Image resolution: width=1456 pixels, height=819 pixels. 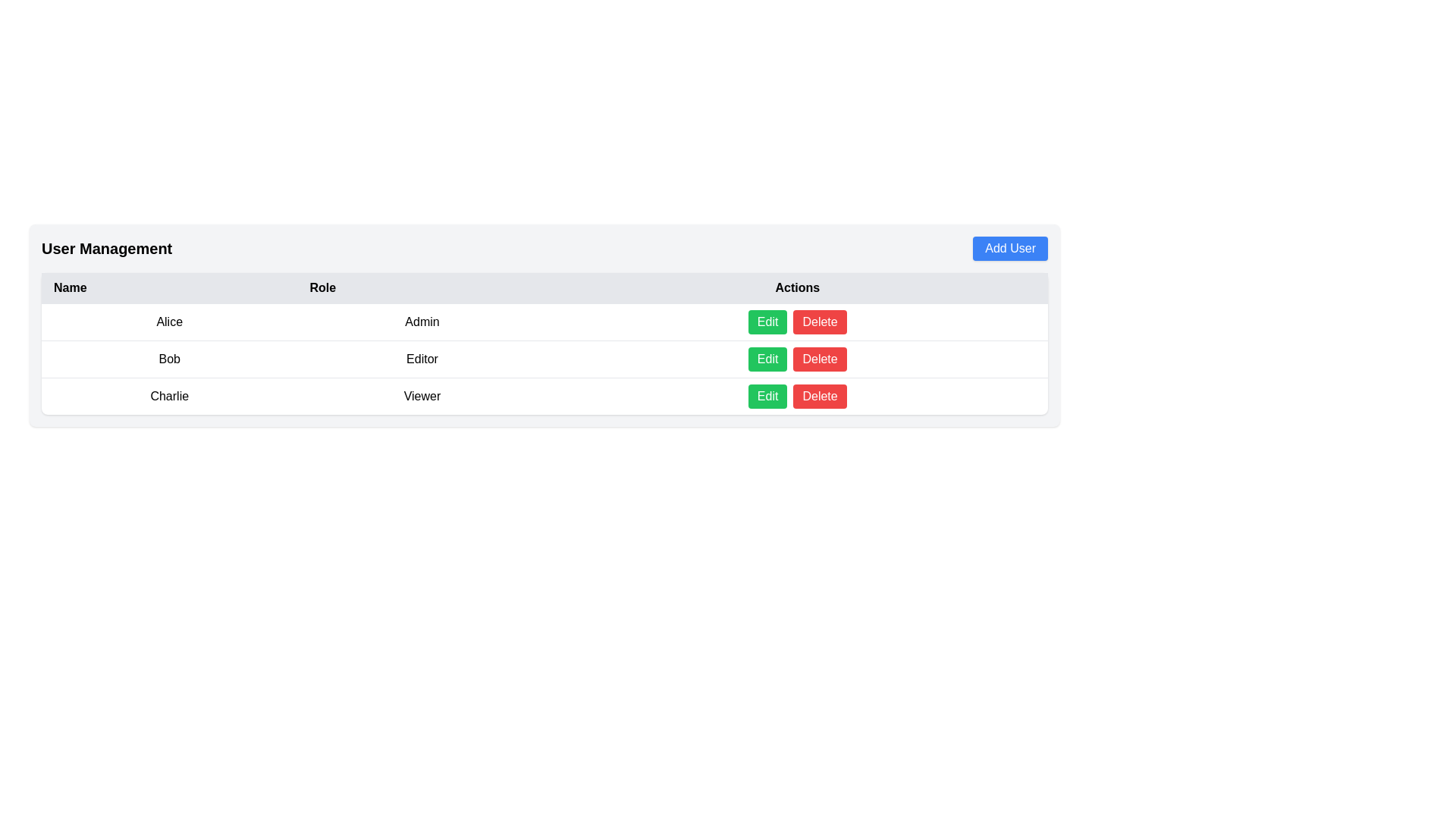 I want to click on the delete button located in the 'Actions' column of the first row, immediately to the right of the 'Edit' button, so click(x=819, y=321).